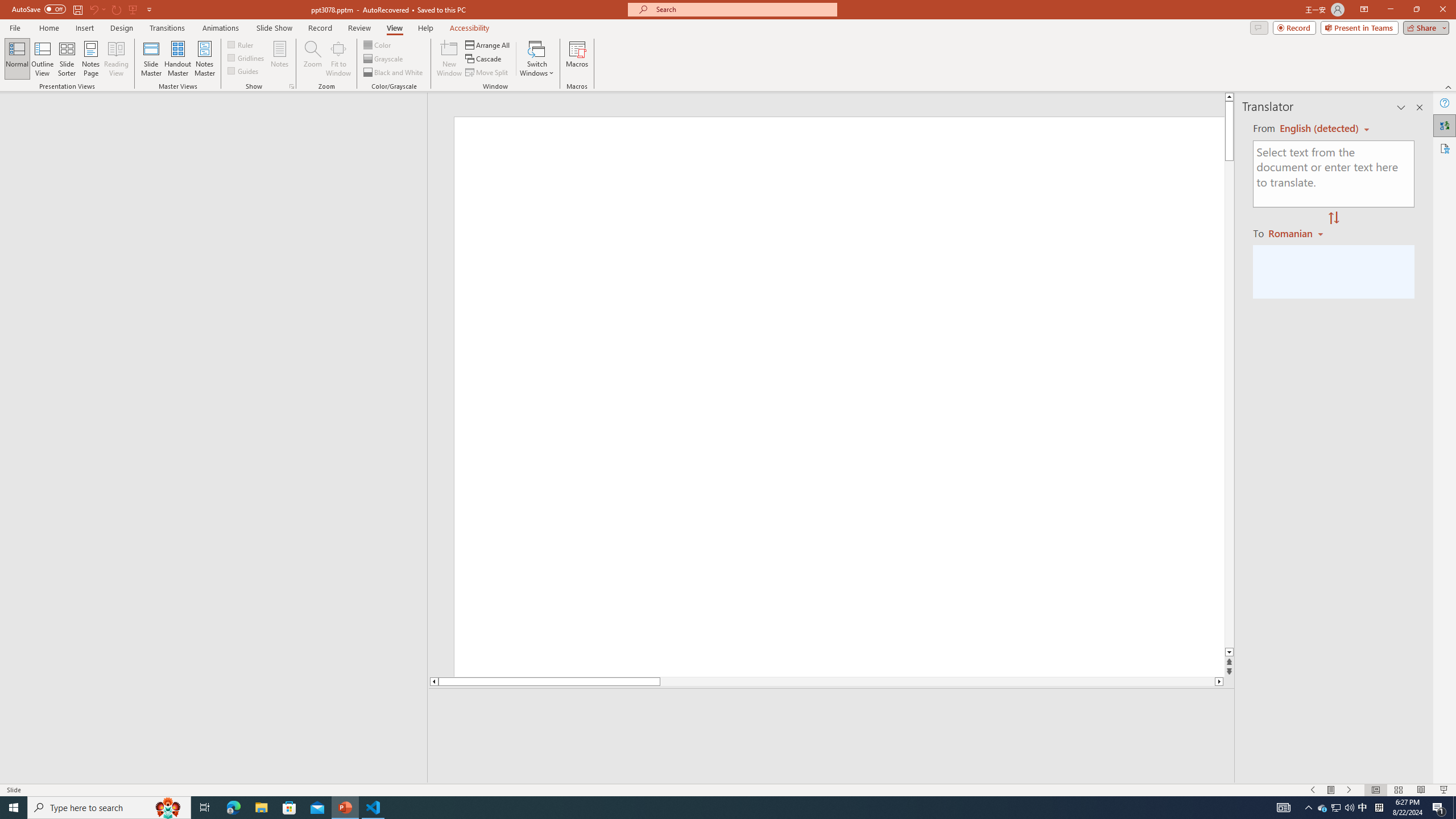 This screenshot has width=1456, height=819. What do you see at coordinates (448, 59) in the screenshot?
I see `'New Window'` at bounding box center [448, 59].